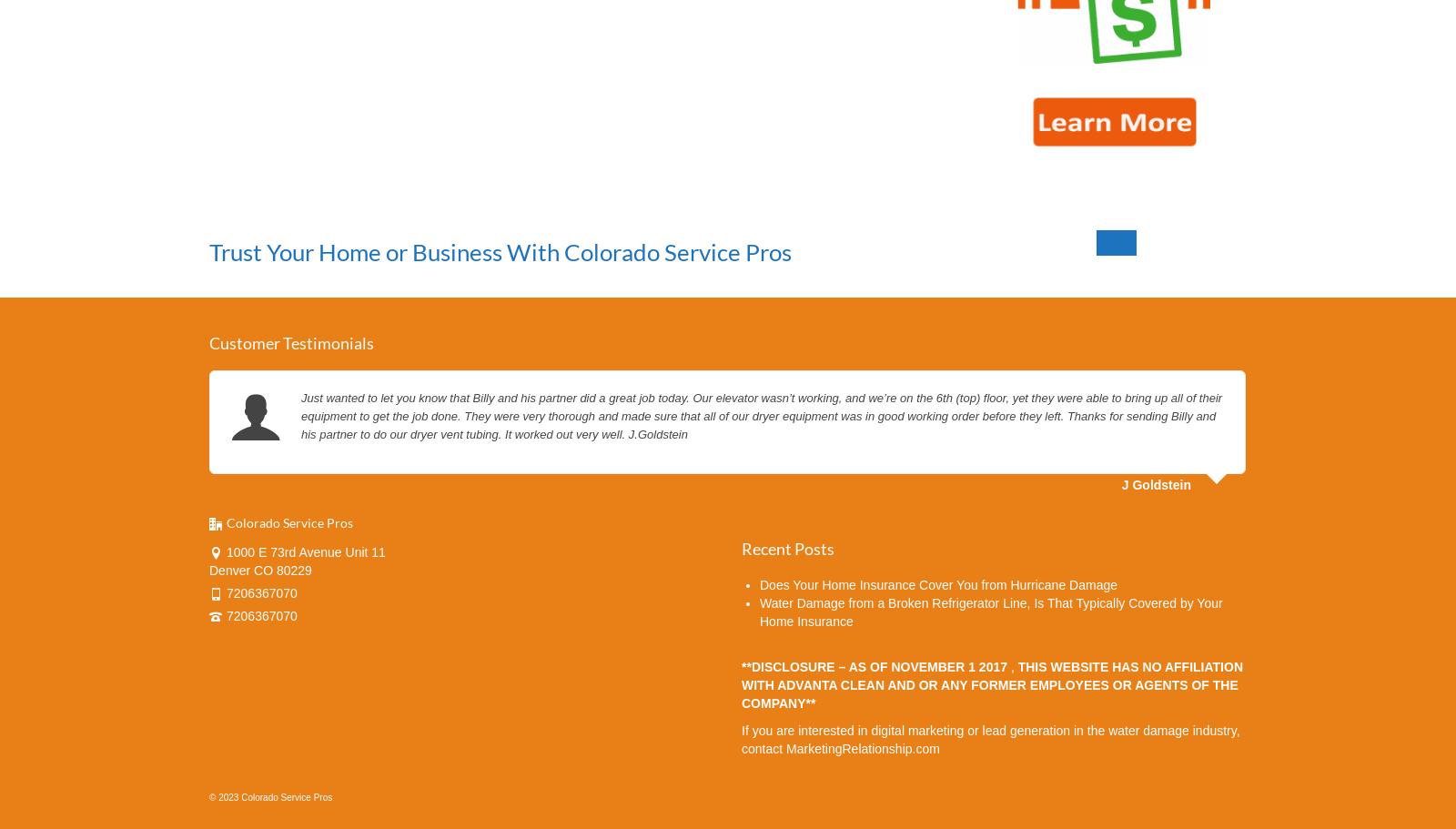 The width and height of the screenshot is (1456, 829). What do you see at coordinates (862, 746) in the screenshot?
I see `'MarketingRelationship.com'` at bounding box center [862, 746].